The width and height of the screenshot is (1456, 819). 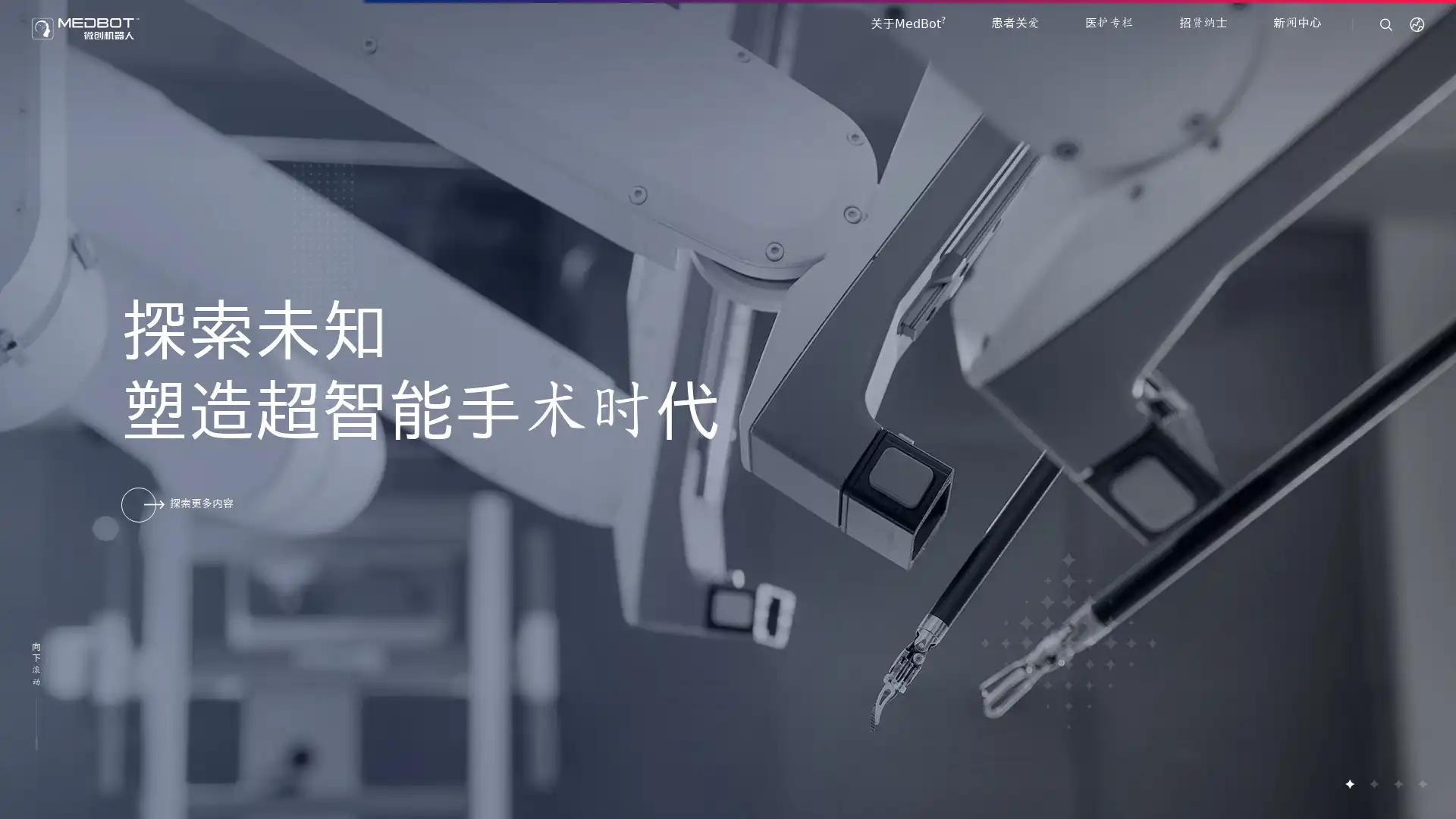 What do you see at coordinates (1421, 783) in the screenshot?
I see `Go to slide 4` at bounding box center [1421, 783].